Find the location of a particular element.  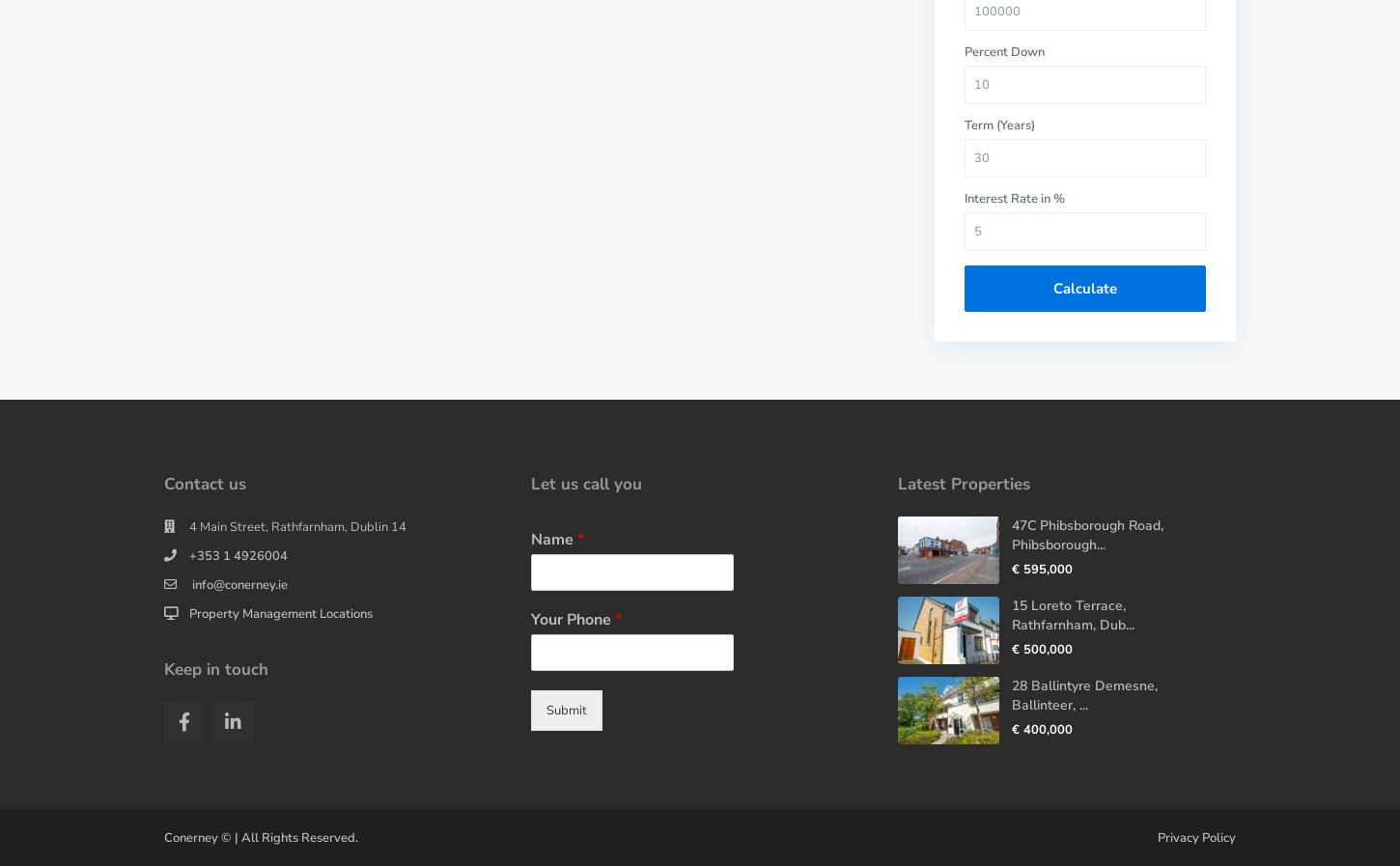

'Let us call you' is located at coordinates (585, 484).